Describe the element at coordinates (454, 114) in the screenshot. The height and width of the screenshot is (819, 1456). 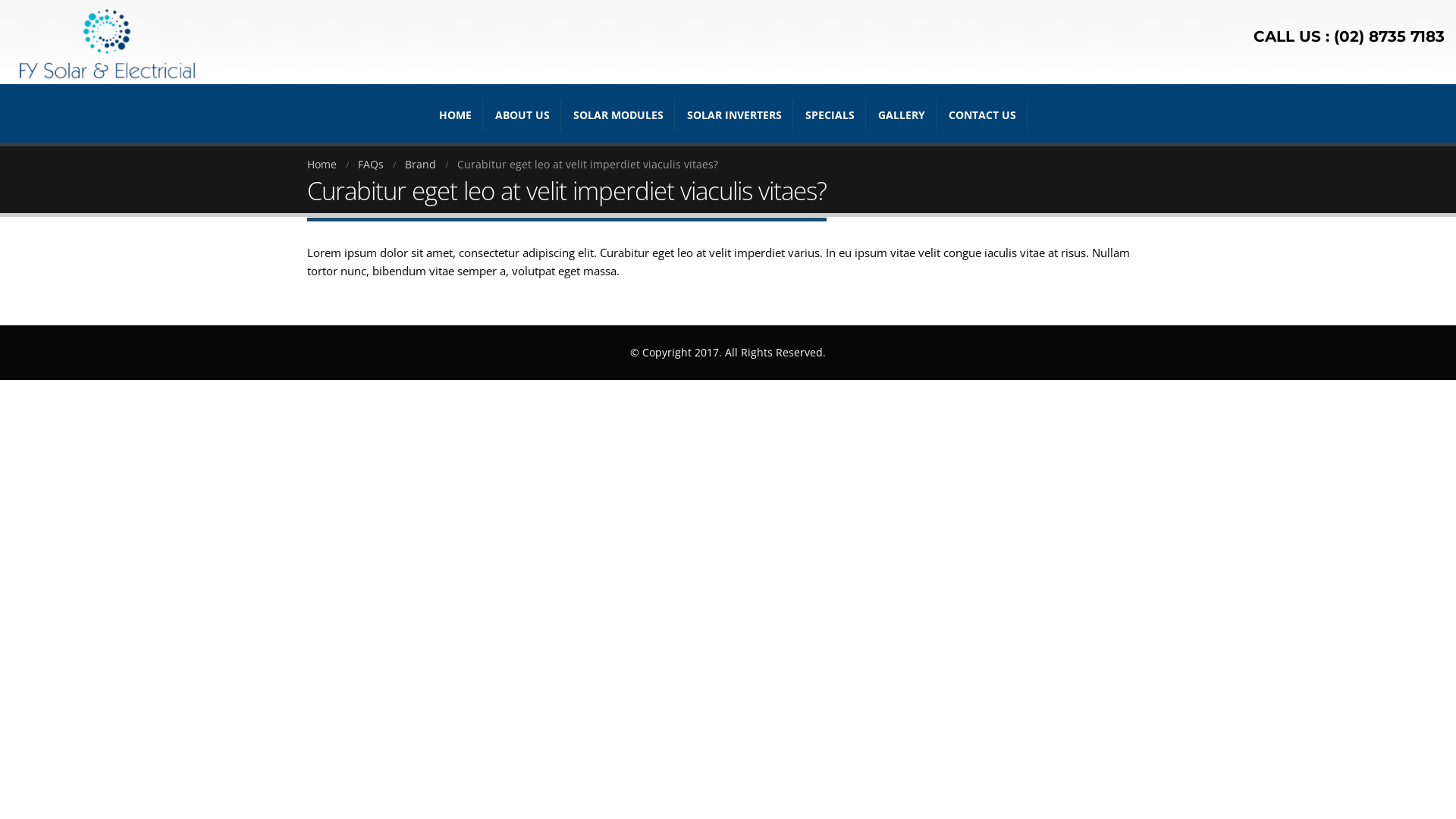
I see `'HOME'` at that location.